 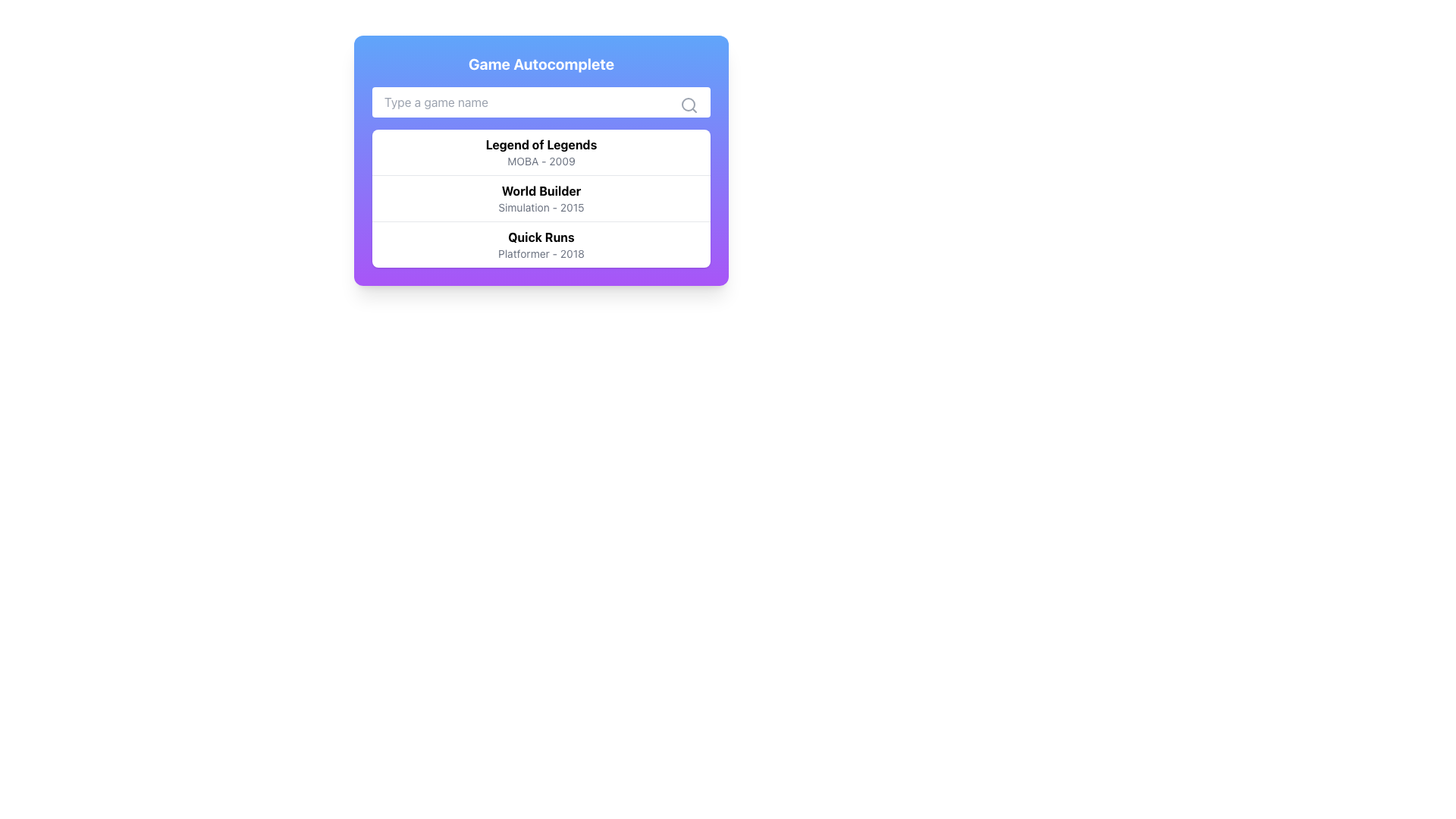 I want to click on the text label that says 'Platformer - 2018', which is styled with light gray font and positioned below the title 'Quick Runs', so click(x=541, y=253).